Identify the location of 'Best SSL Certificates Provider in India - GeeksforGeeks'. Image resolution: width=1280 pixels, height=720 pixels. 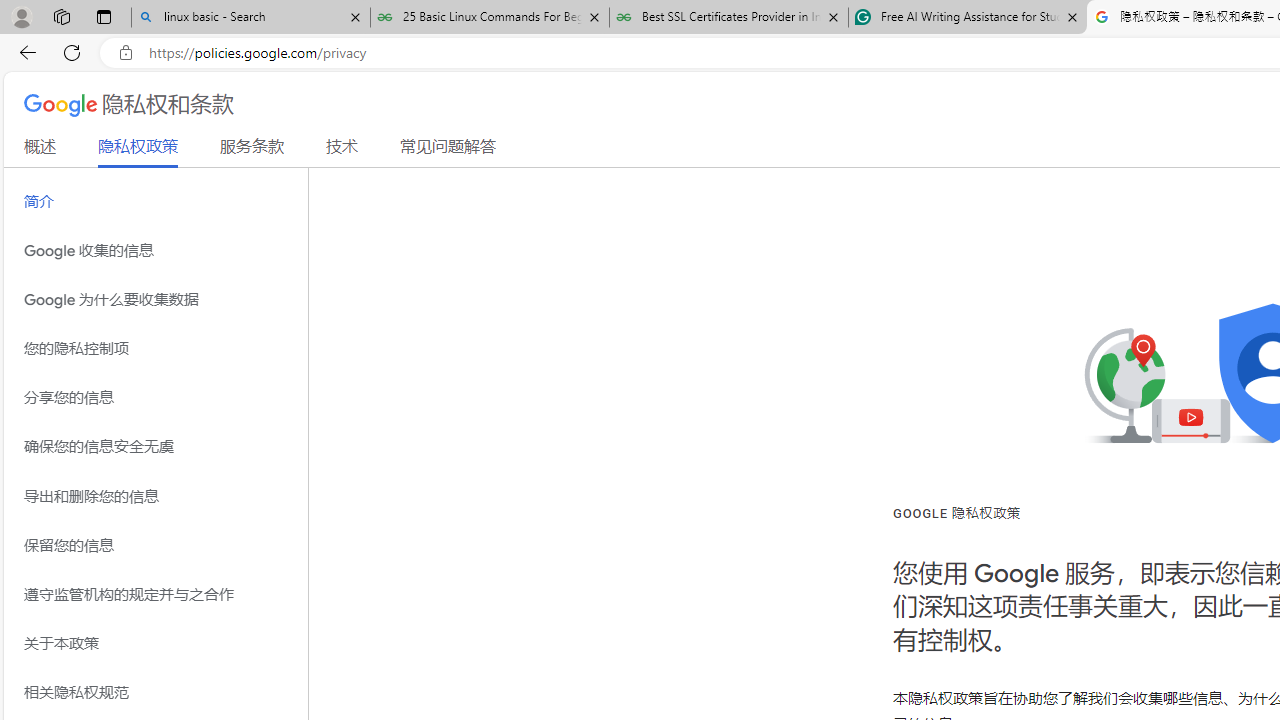
(728, 17).